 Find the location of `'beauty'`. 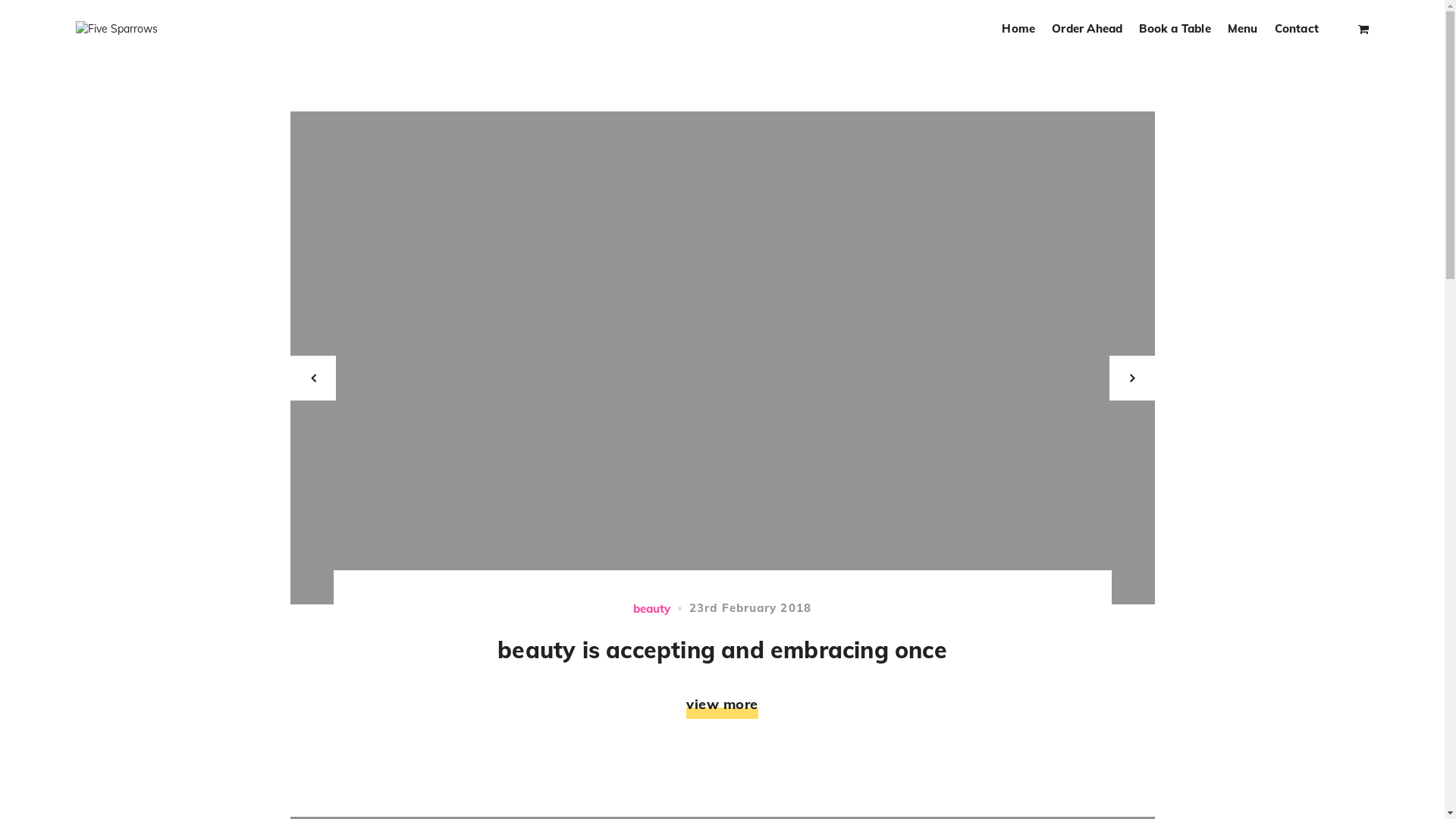

'beauty' is located at coordinates (651, 607).